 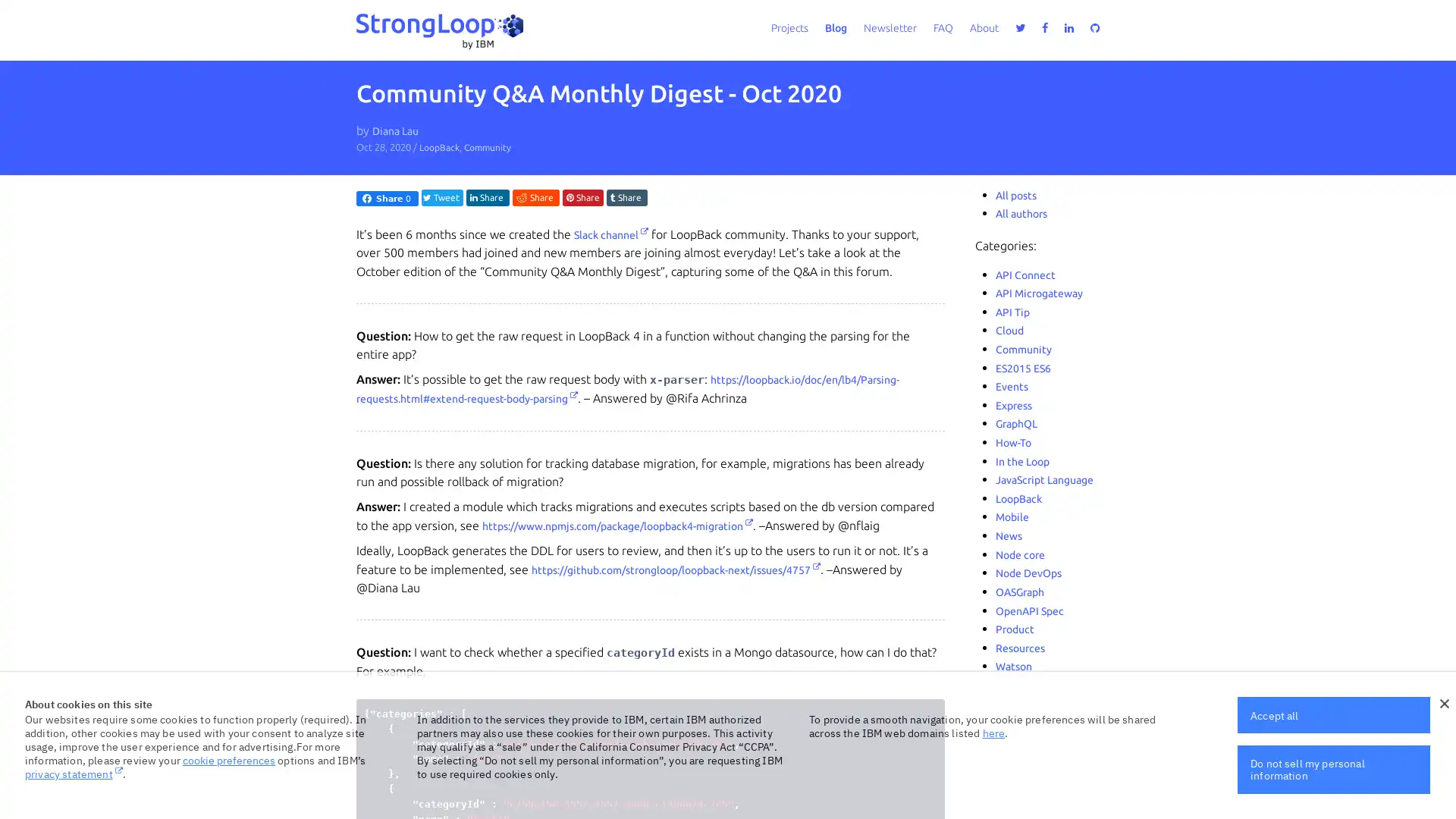 What do you see at coordinates (1333, 769) in the screenshot?
I see `Do not sell my personal information` at bounding box center [1333, 769].